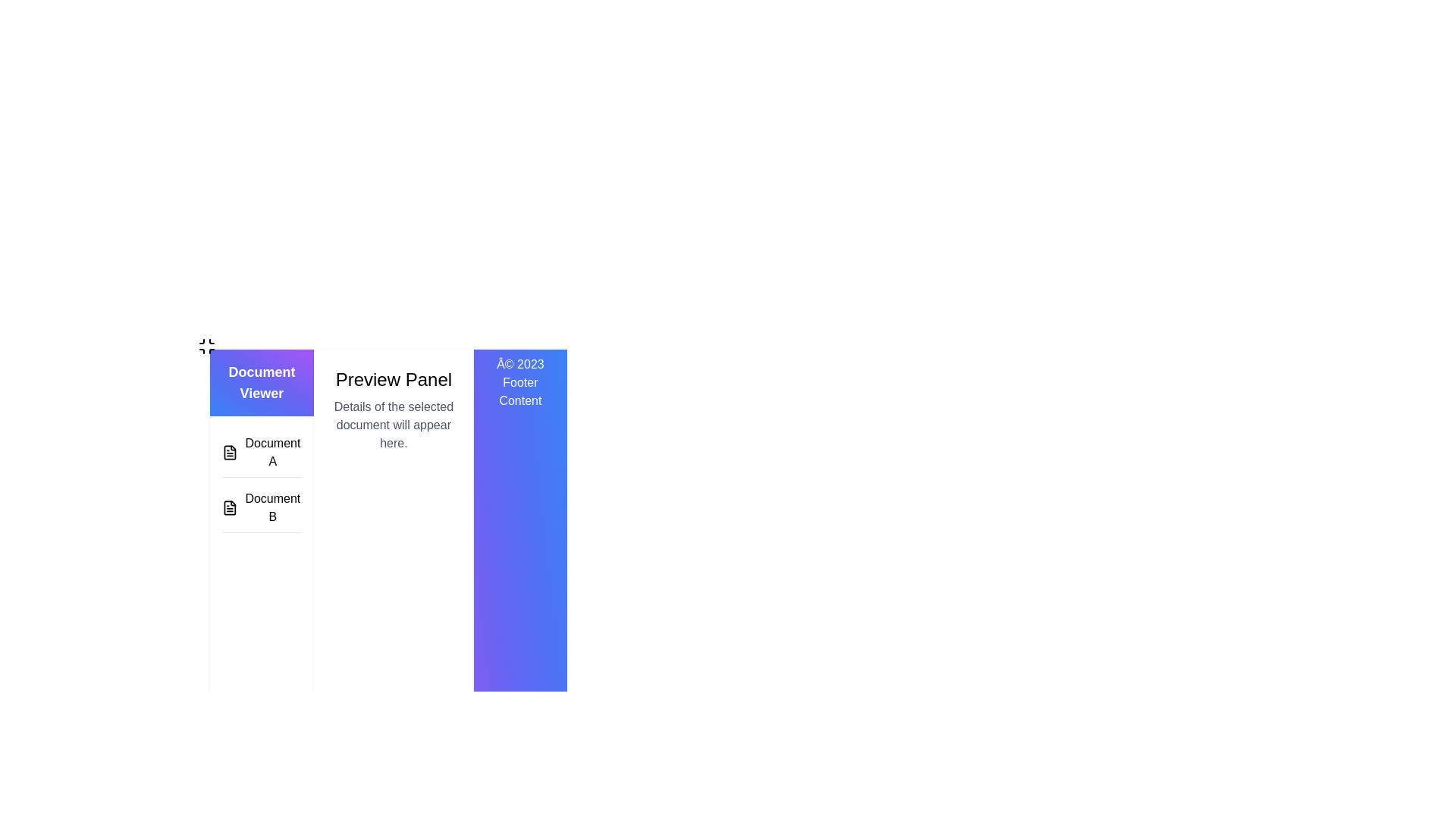 The image size is (1456, 819). I want to click on the icon of the second list item in the 'Document Viewer' for navigation or content display, so click(262, 508).